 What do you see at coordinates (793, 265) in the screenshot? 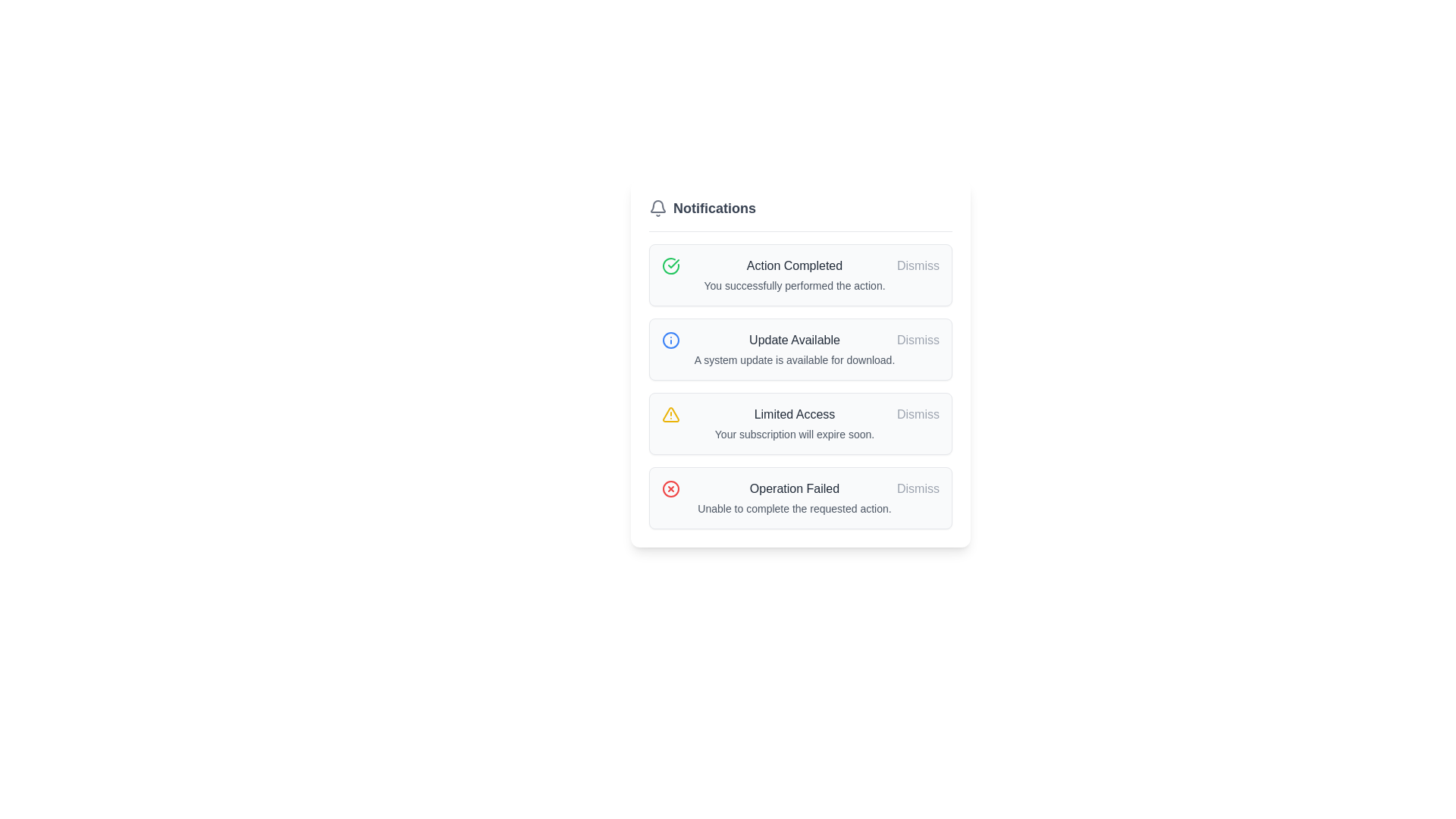
I see `text label that serves as the title for the notification message, located in the topmost card of a vertical list of notifications` at bounding box center [793, 265].